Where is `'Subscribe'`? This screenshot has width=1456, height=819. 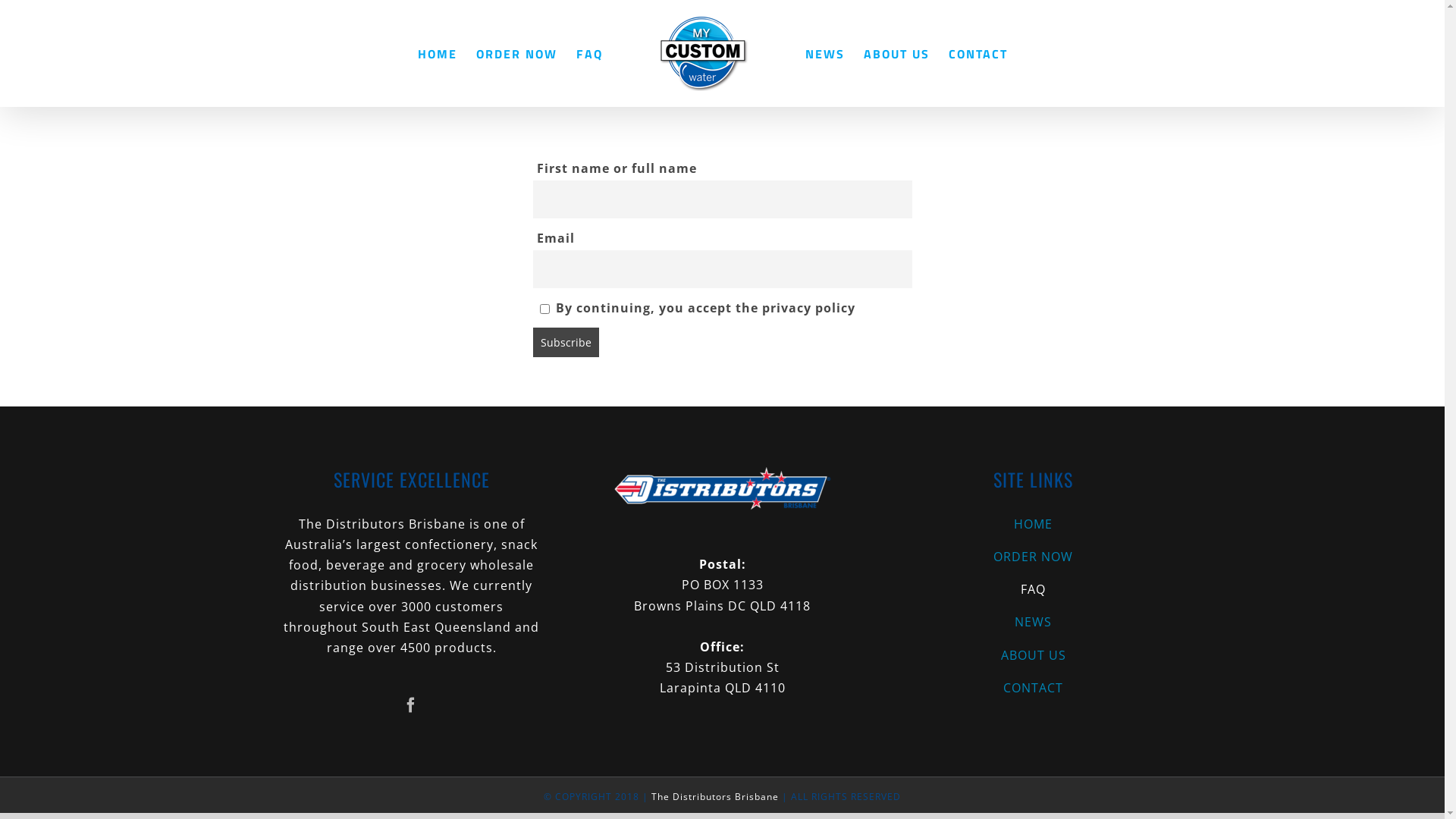 'Subscribe' is located at coordinates (564, 342).